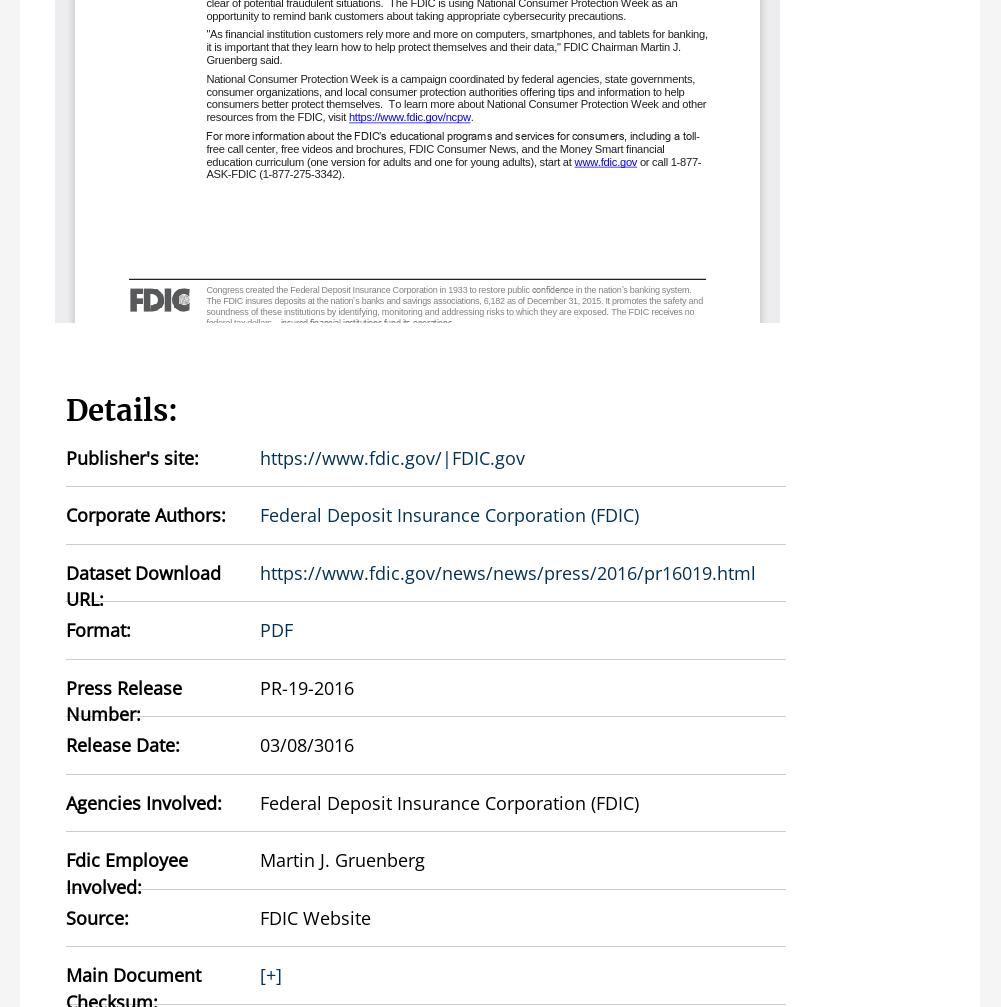 The height and width of the screenshot is (1007, 1001). I want to click on 'PR-19-2016', so click(307, 685).